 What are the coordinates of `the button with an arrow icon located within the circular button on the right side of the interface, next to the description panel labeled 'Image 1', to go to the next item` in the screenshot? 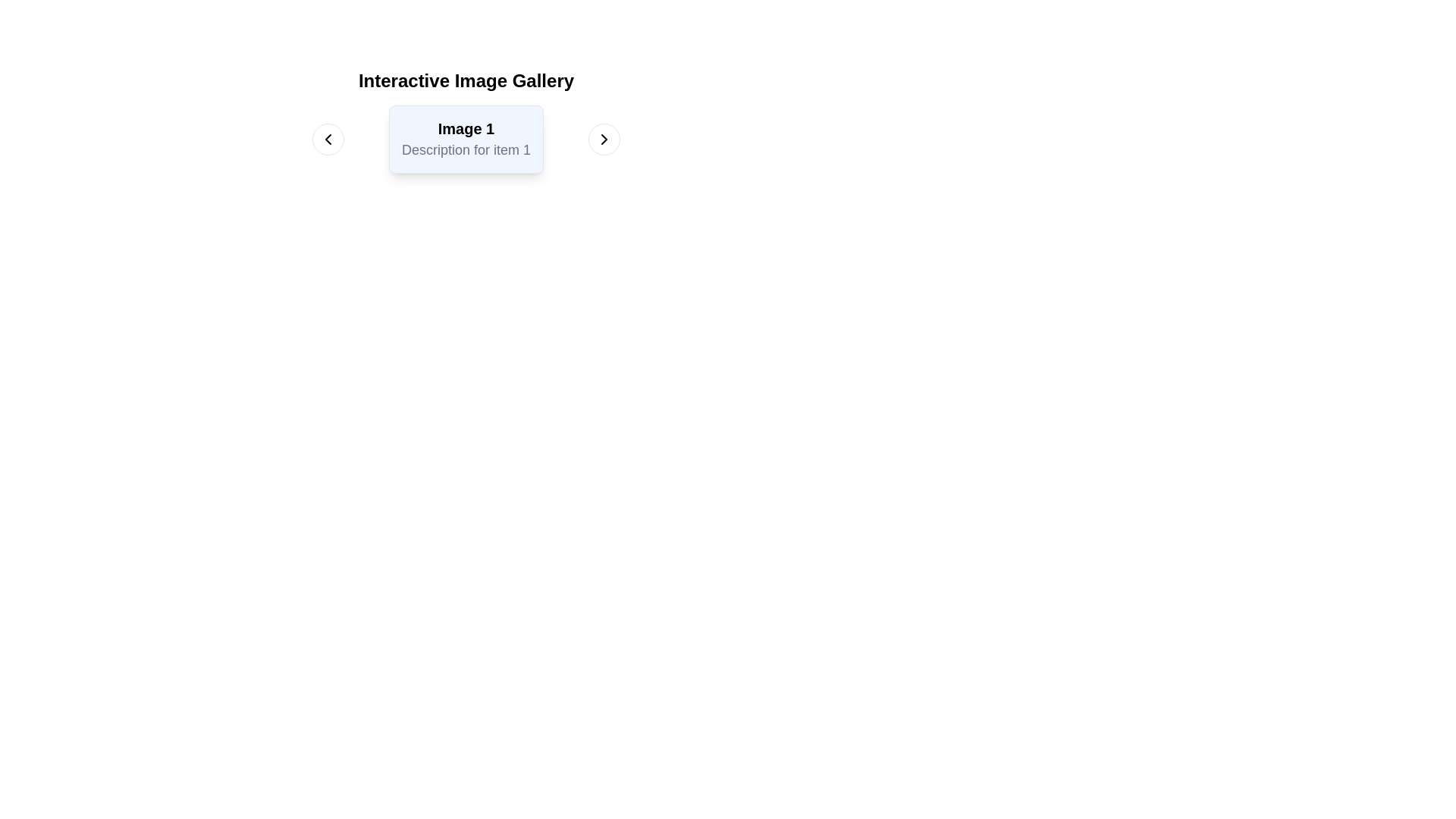 It's located at (603, 140).